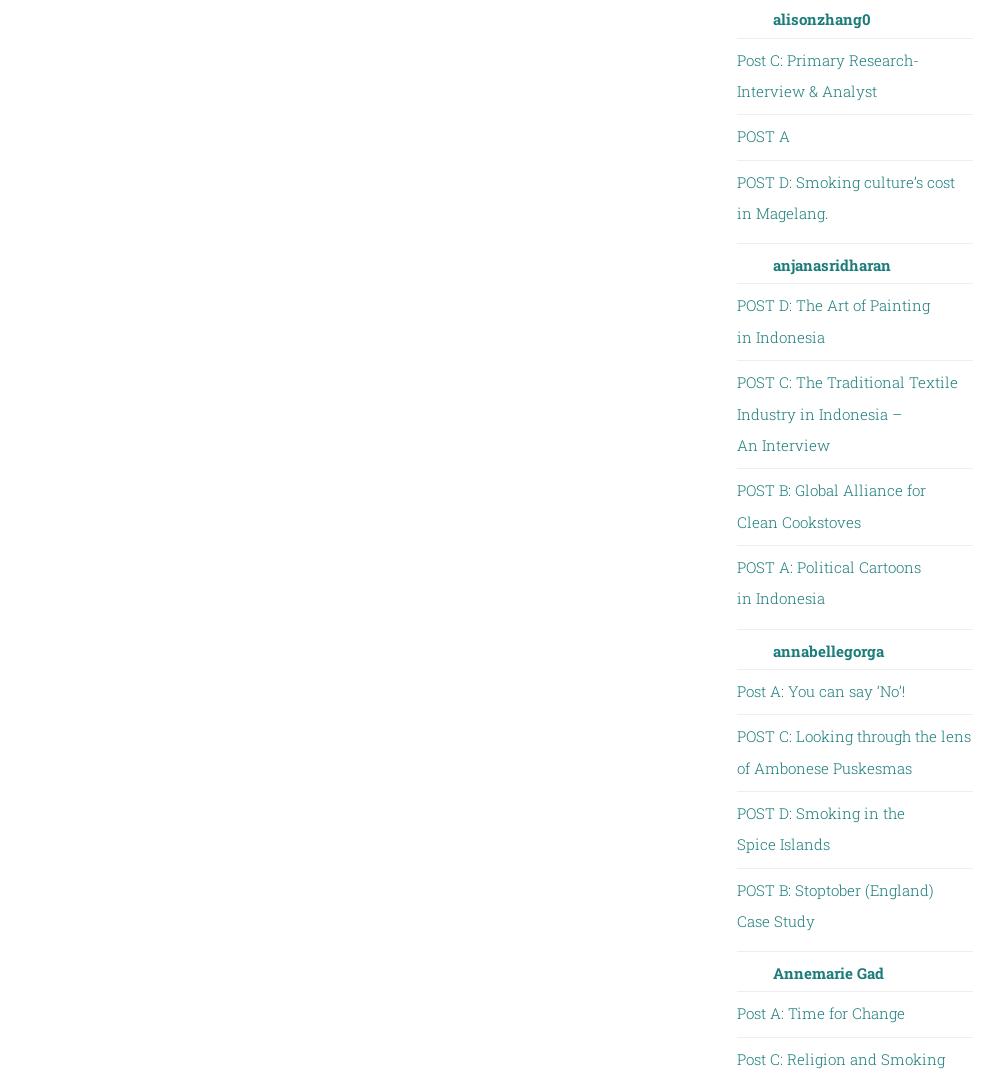 The height and width of the screenshot is (1078, 1000). What do you see at coordinates (762, 136) in the screenshot?
I see `'POST A'` at bounding box center [762, 136].